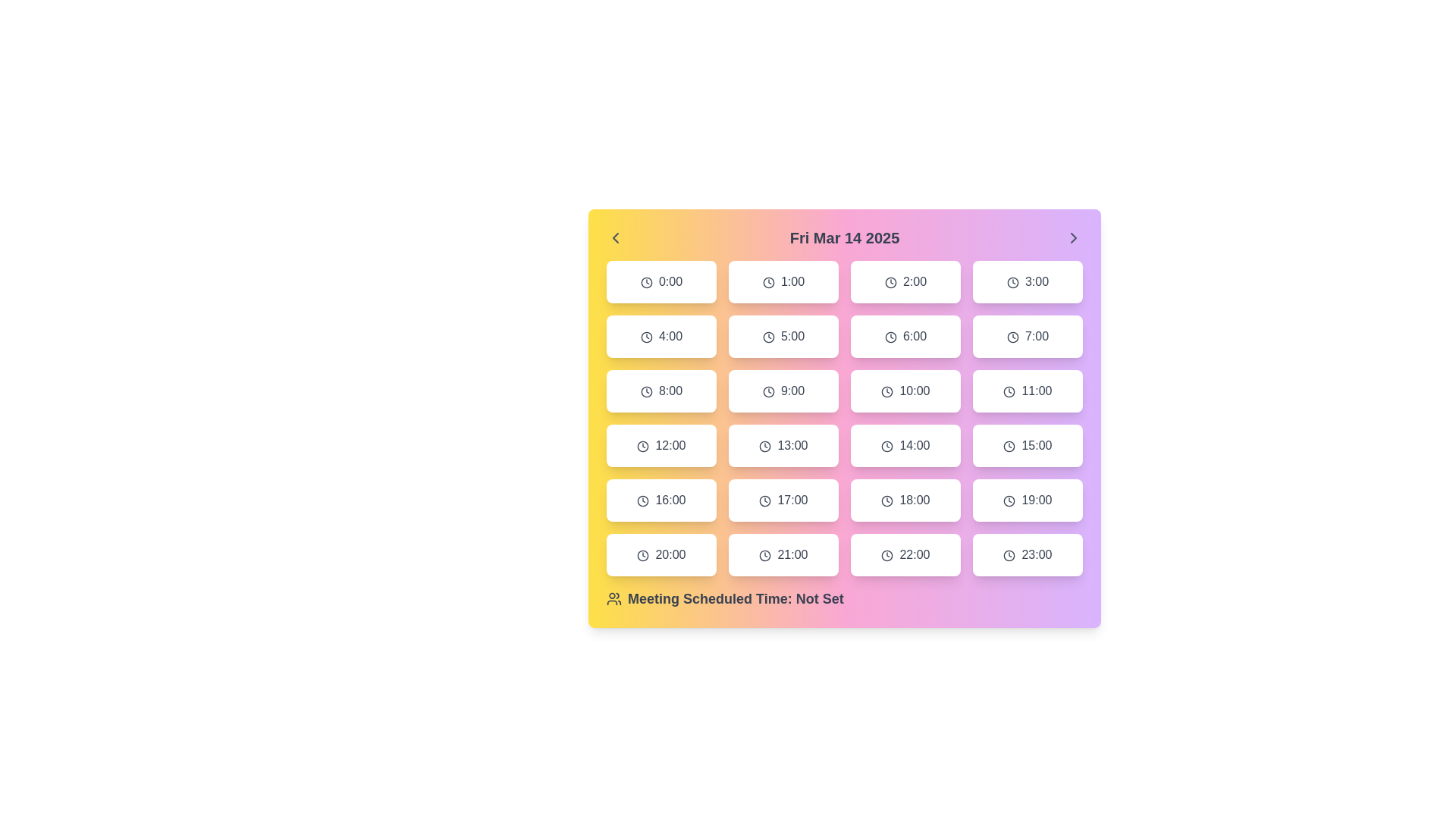 The image size is (1456, 819). What do you see at coordinates (890, 282) in the screenshot?
I see `the clock icon, which is styled as an outline with a circular frame and is positioned to the left of the text '2:00' within a rounded white button` at bounding box center [890, 282].